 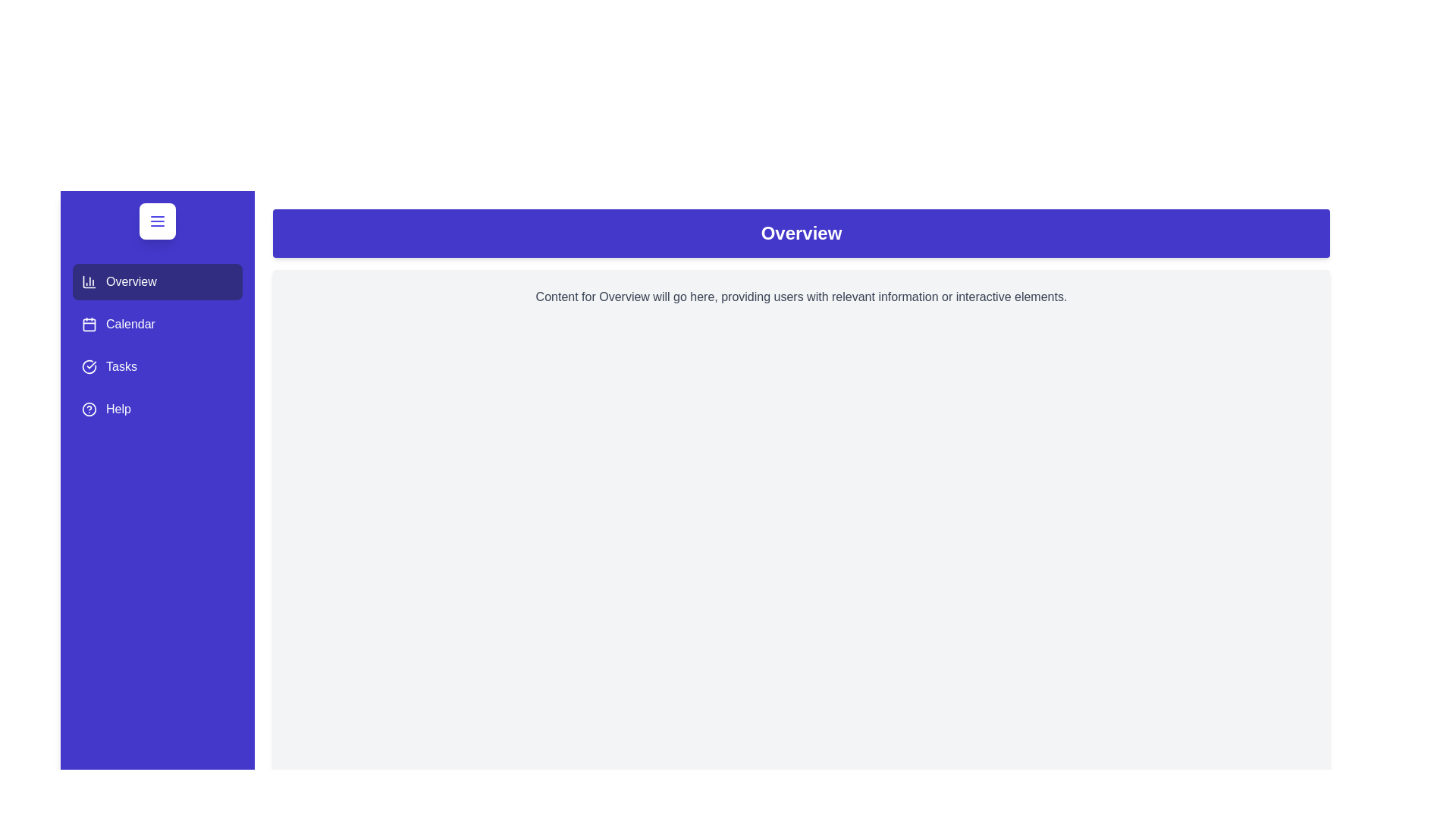 I want to click on the Calendar tab, so click(x=157, y=324).